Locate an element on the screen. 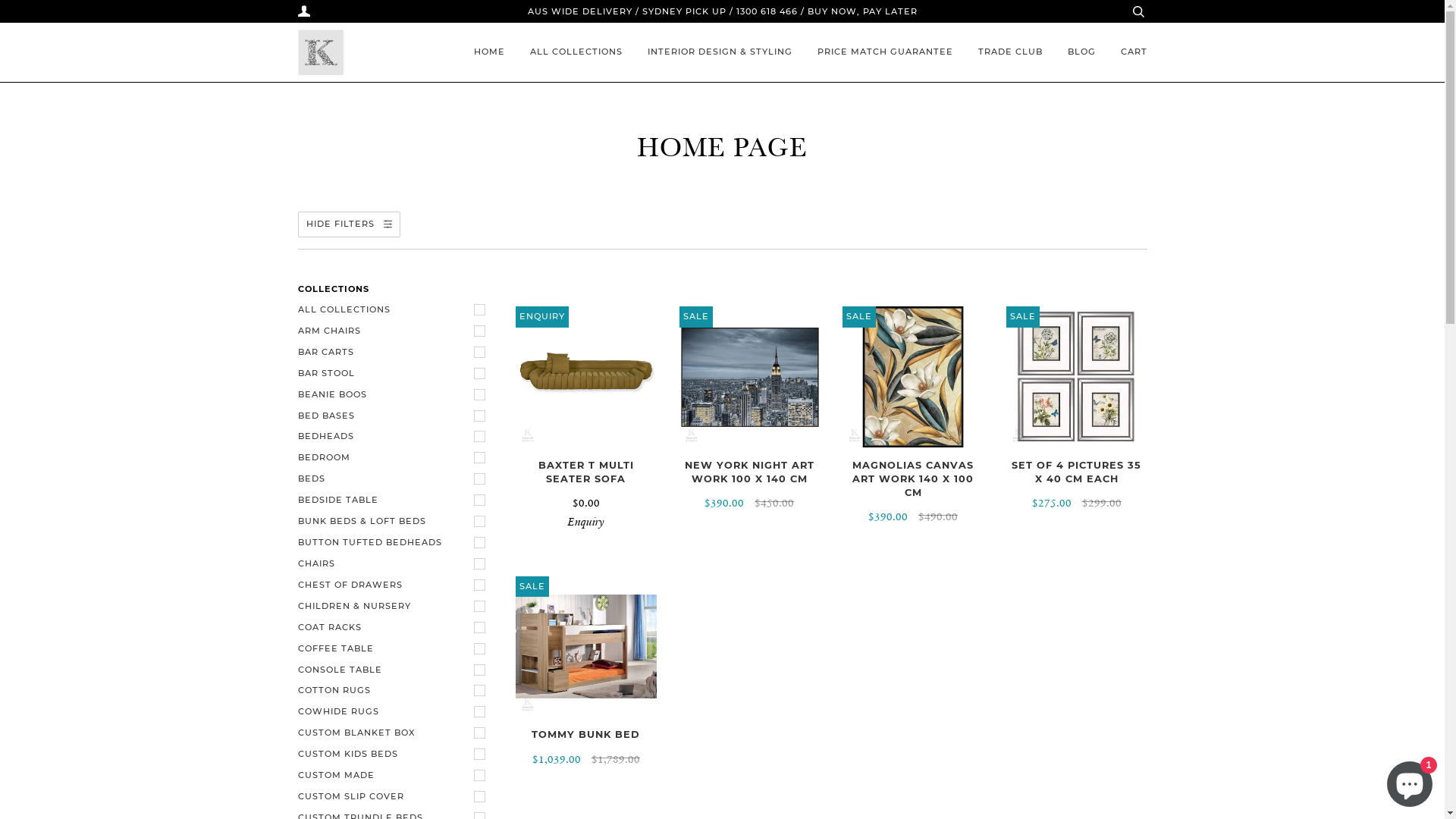  'CUSTOM KIDS BEDS' is located at coordinates (395, 755).